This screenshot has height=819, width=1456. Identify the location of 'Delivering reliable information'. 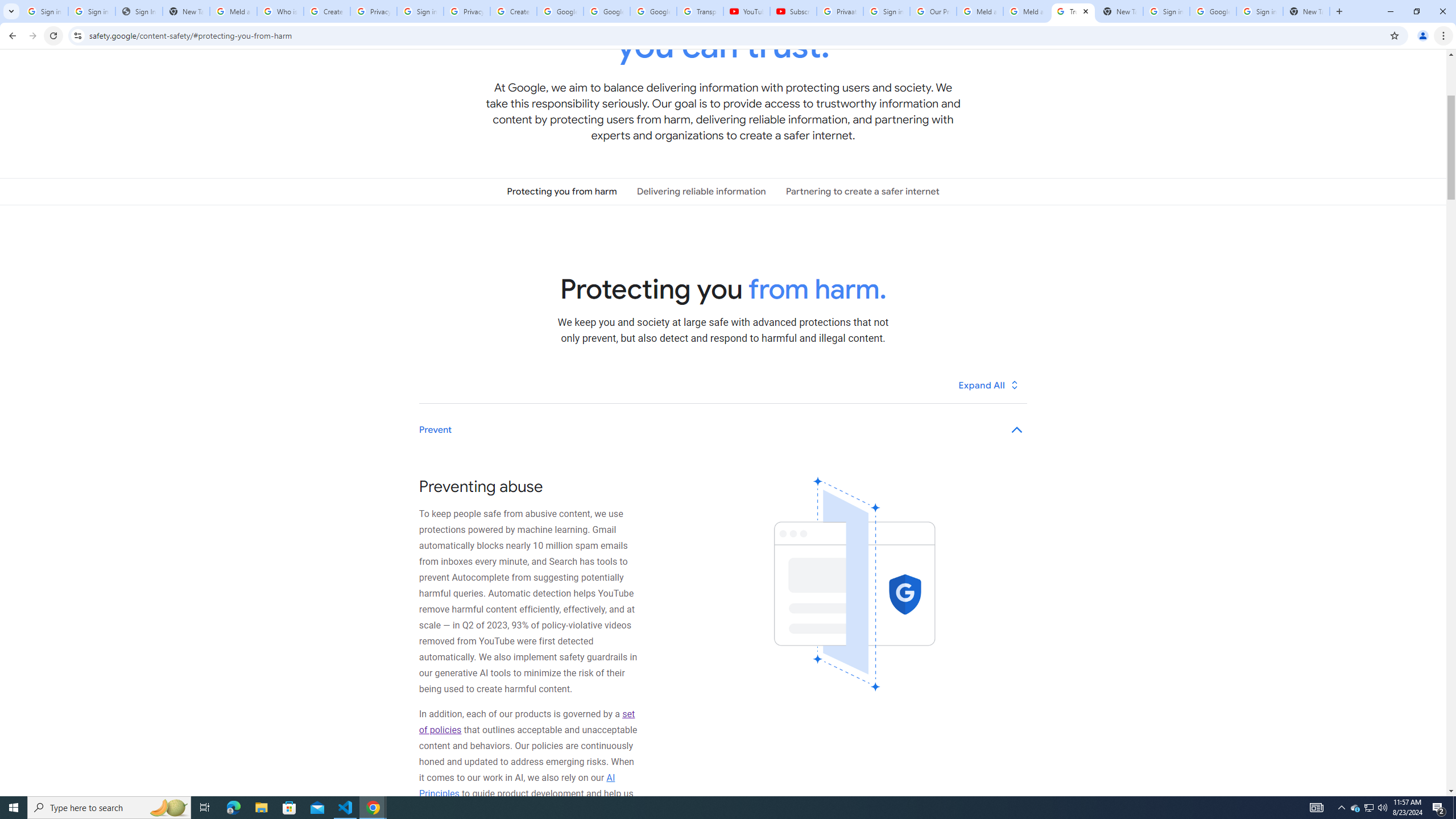
(700, 191).